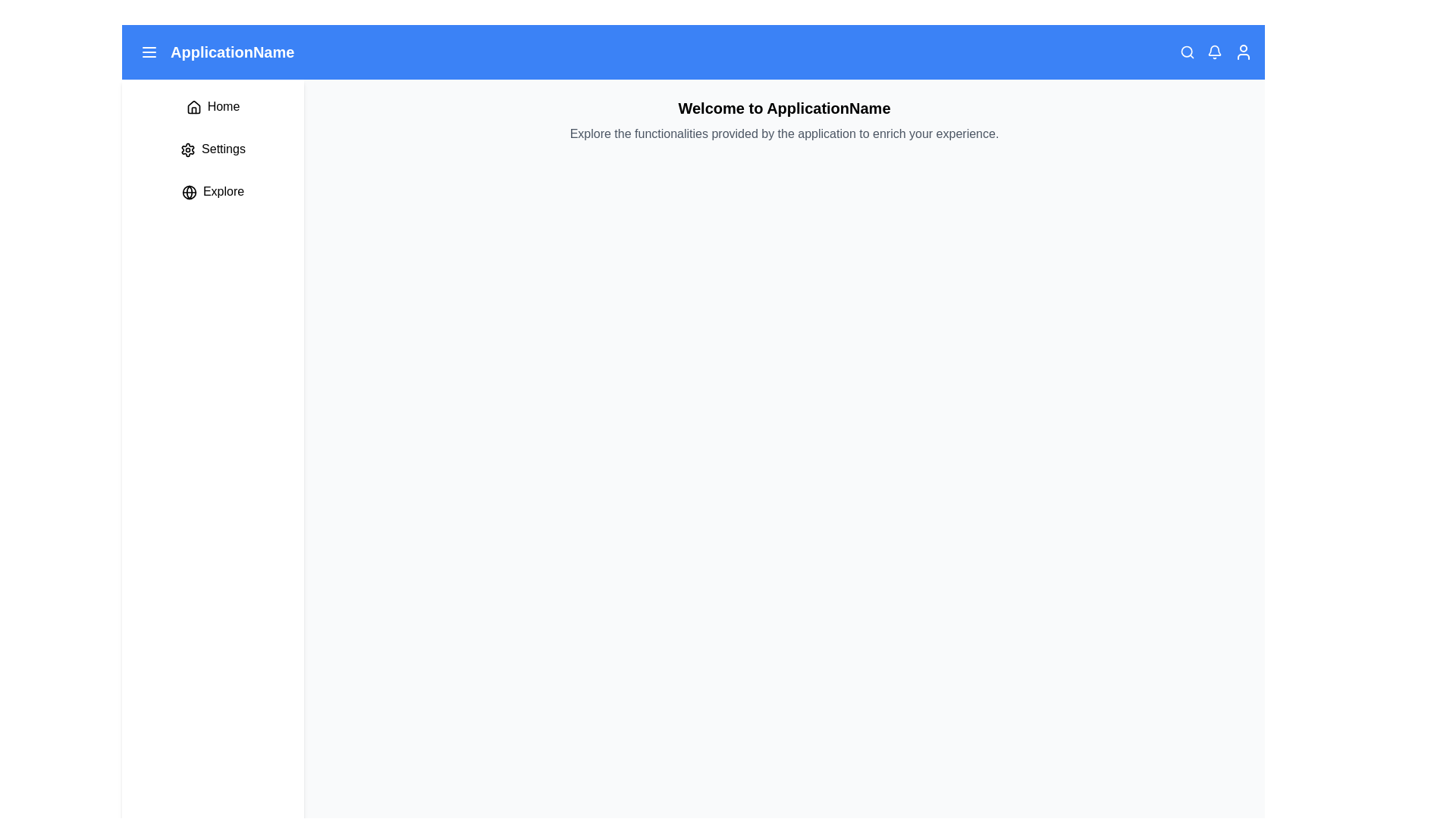 The height and width of the screenshot is (819, 1456). Describe the element at coordinates (187, 149) in the screenshot. I see `the gear icon representing settings in the uppermost position of the 'Settings' navigation entry on the left-hand menu` at that location.